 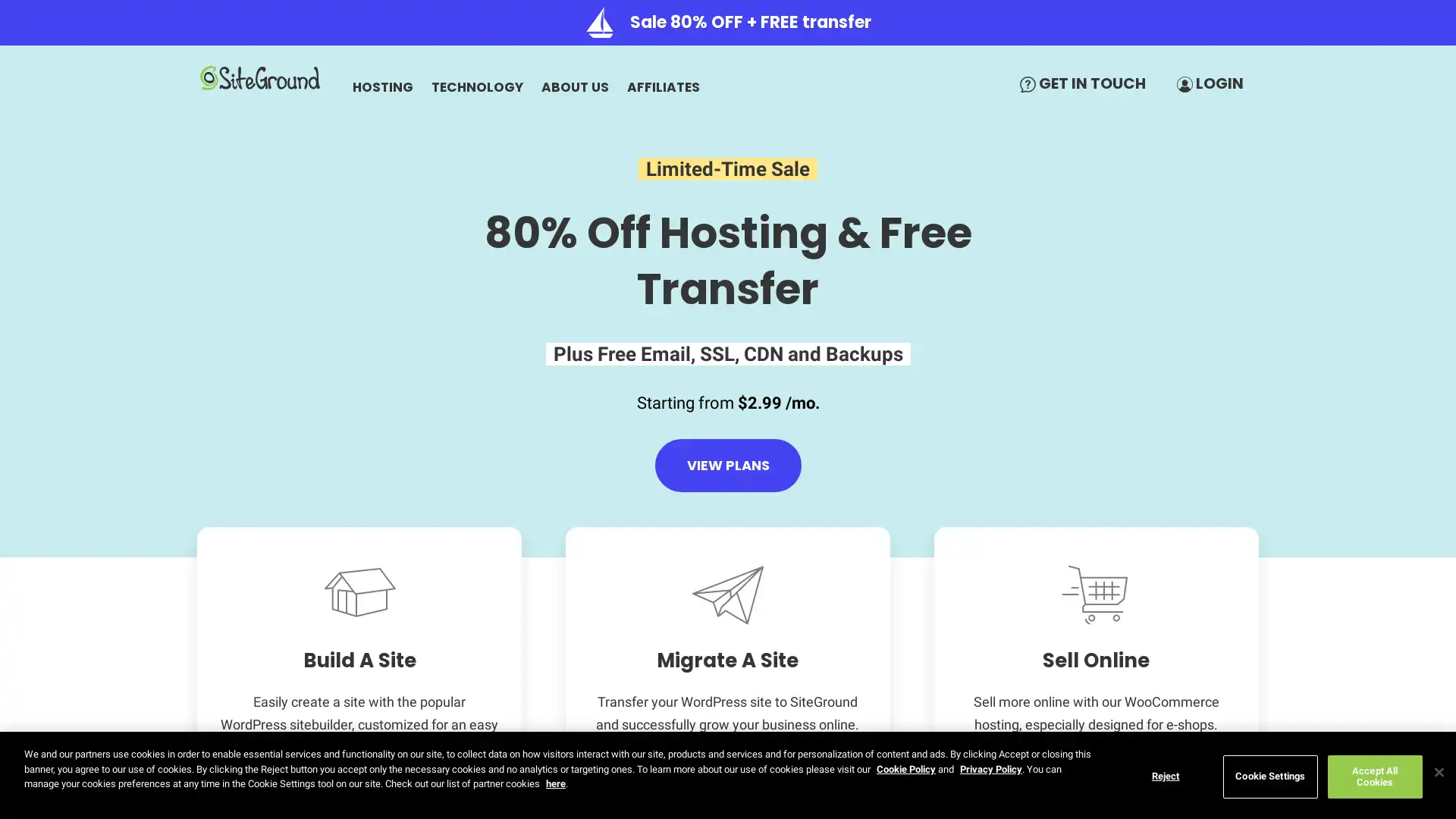 What do you see at coordinates (1164, 776) in the screenshot?
I see `Reject` at bounding box center [1164, 776].